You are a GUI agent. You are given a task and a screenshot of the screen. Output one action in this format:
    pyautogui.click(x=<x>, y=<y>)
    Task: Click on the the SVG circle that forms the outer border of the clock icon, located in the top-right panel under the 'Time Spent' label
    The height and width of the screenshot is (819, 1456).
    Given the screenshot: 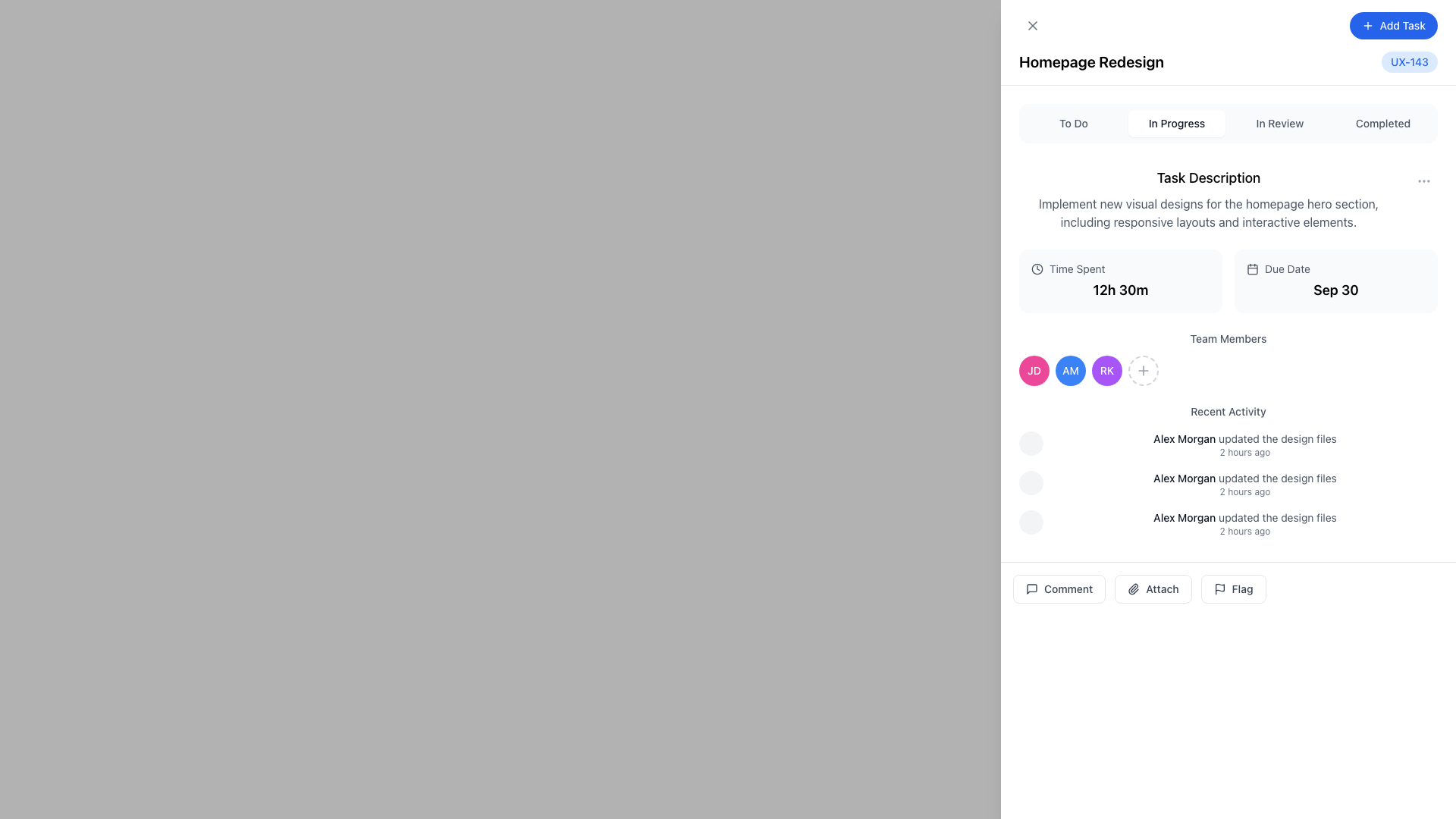 What is the action you would take?
    pyautogui.click(x=1037, y=268)
    